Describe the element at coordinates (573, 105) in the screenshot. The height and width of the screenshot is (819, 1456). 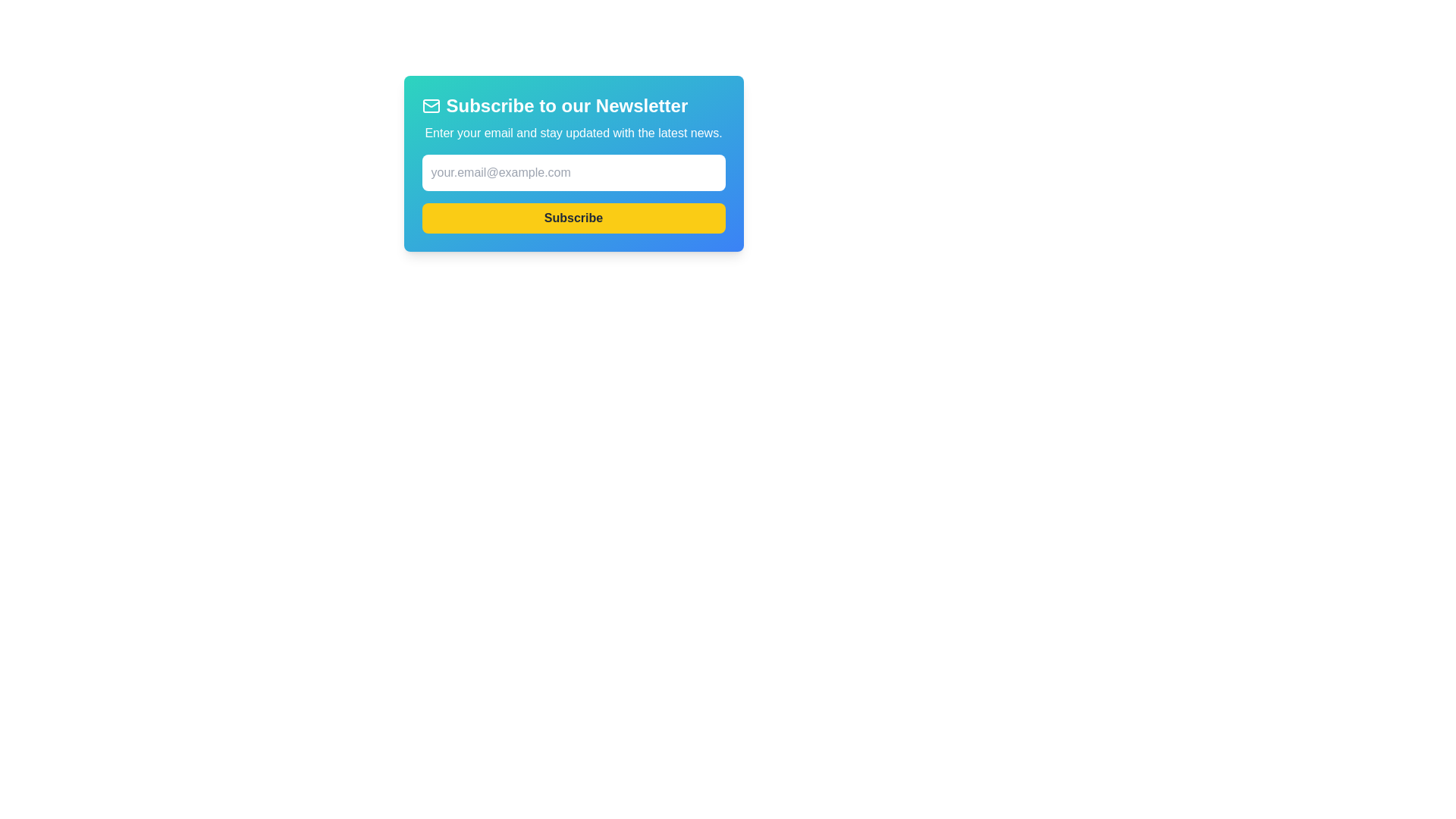
I see `the centered text label 'Subscribe to our Newsletter' with a bold, white font and a mail icon on its left, which is positioned on a gradient blue-to-teal background` at that location.